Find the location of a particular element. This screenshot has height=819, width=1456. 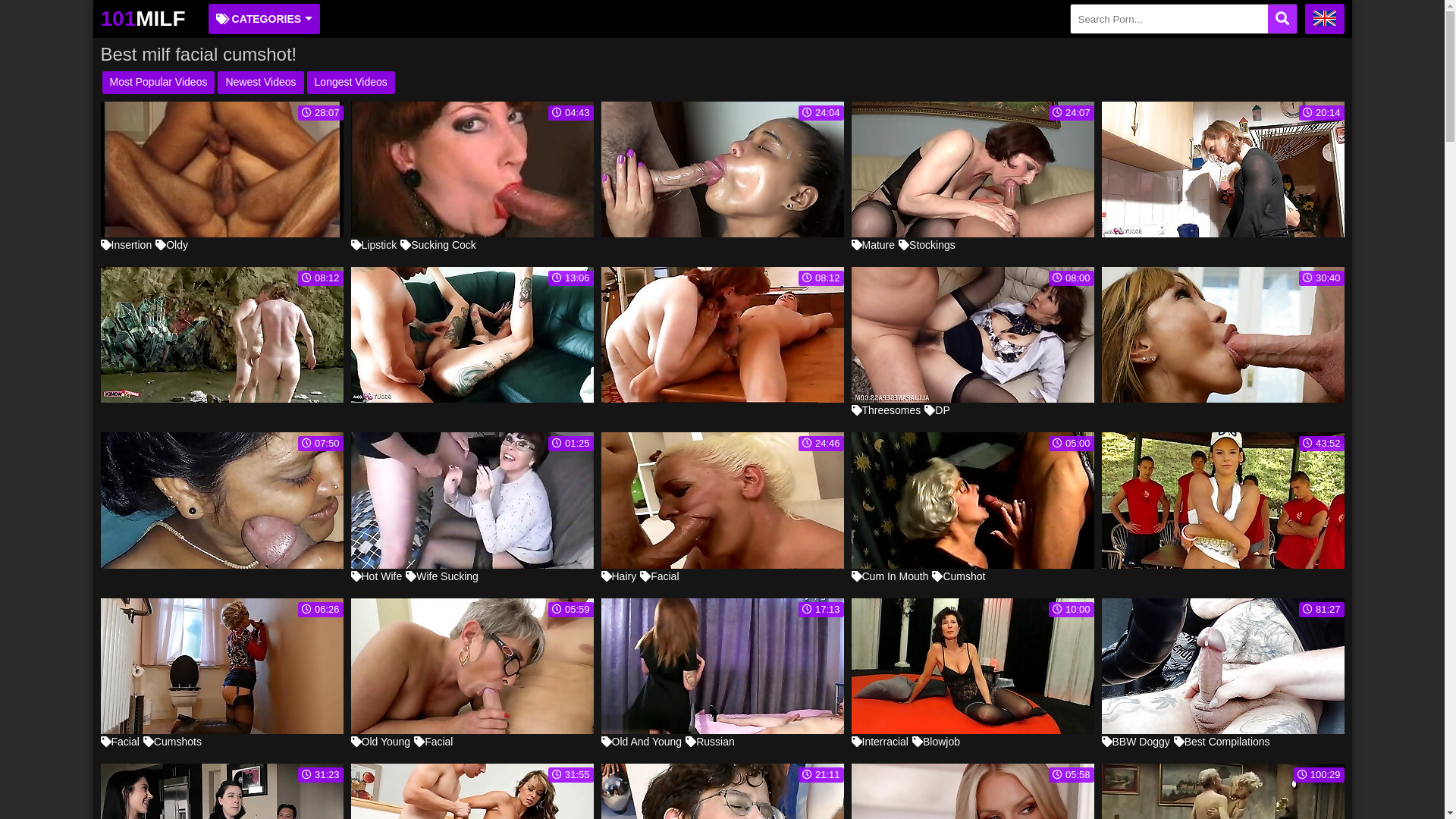

'Newest Videos' is located at coordinates (260, 82).